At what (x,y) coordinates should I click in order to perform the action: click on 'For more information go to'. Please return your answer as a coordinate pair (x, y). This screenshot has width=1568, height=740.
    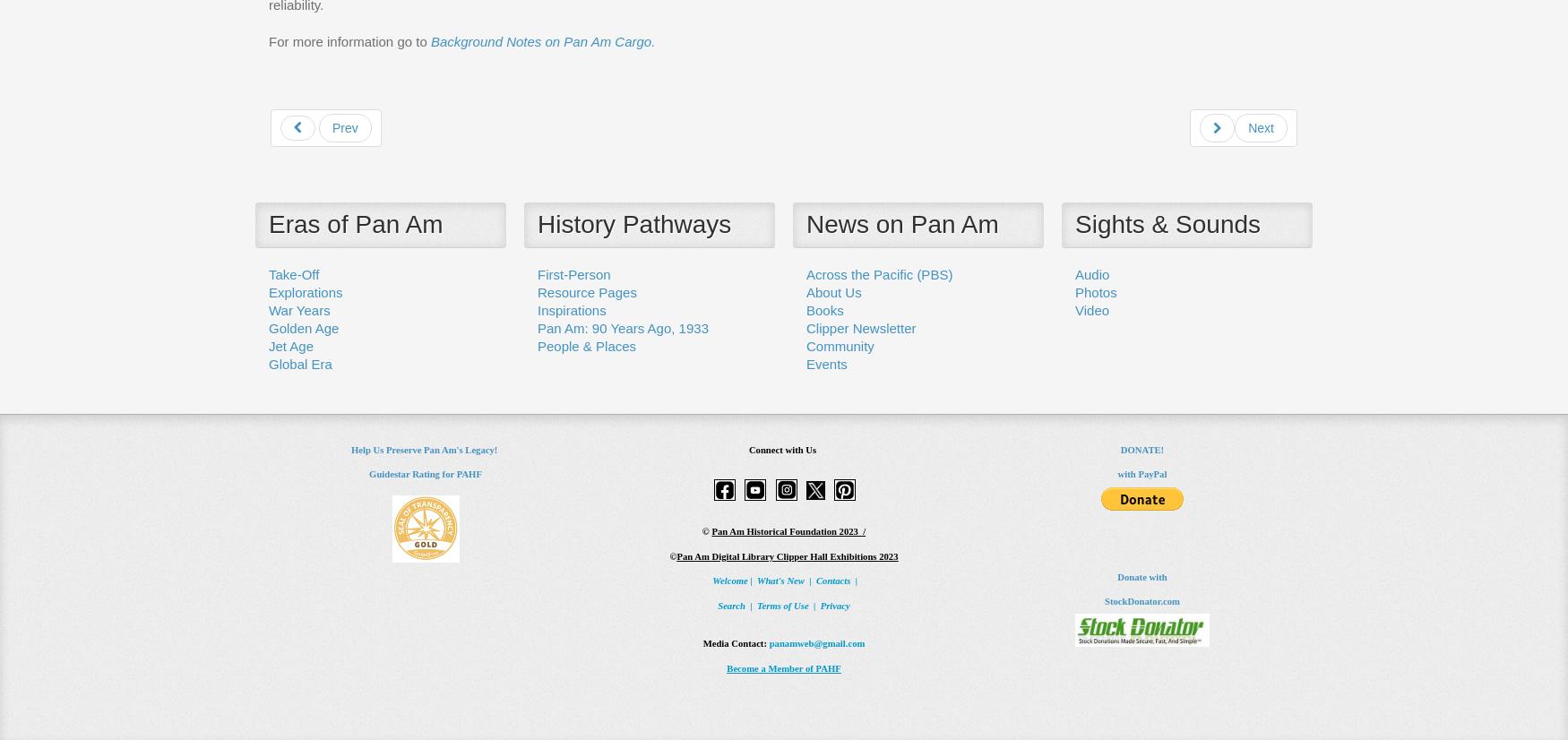
    Looking at the image, I should click on (349, 39).